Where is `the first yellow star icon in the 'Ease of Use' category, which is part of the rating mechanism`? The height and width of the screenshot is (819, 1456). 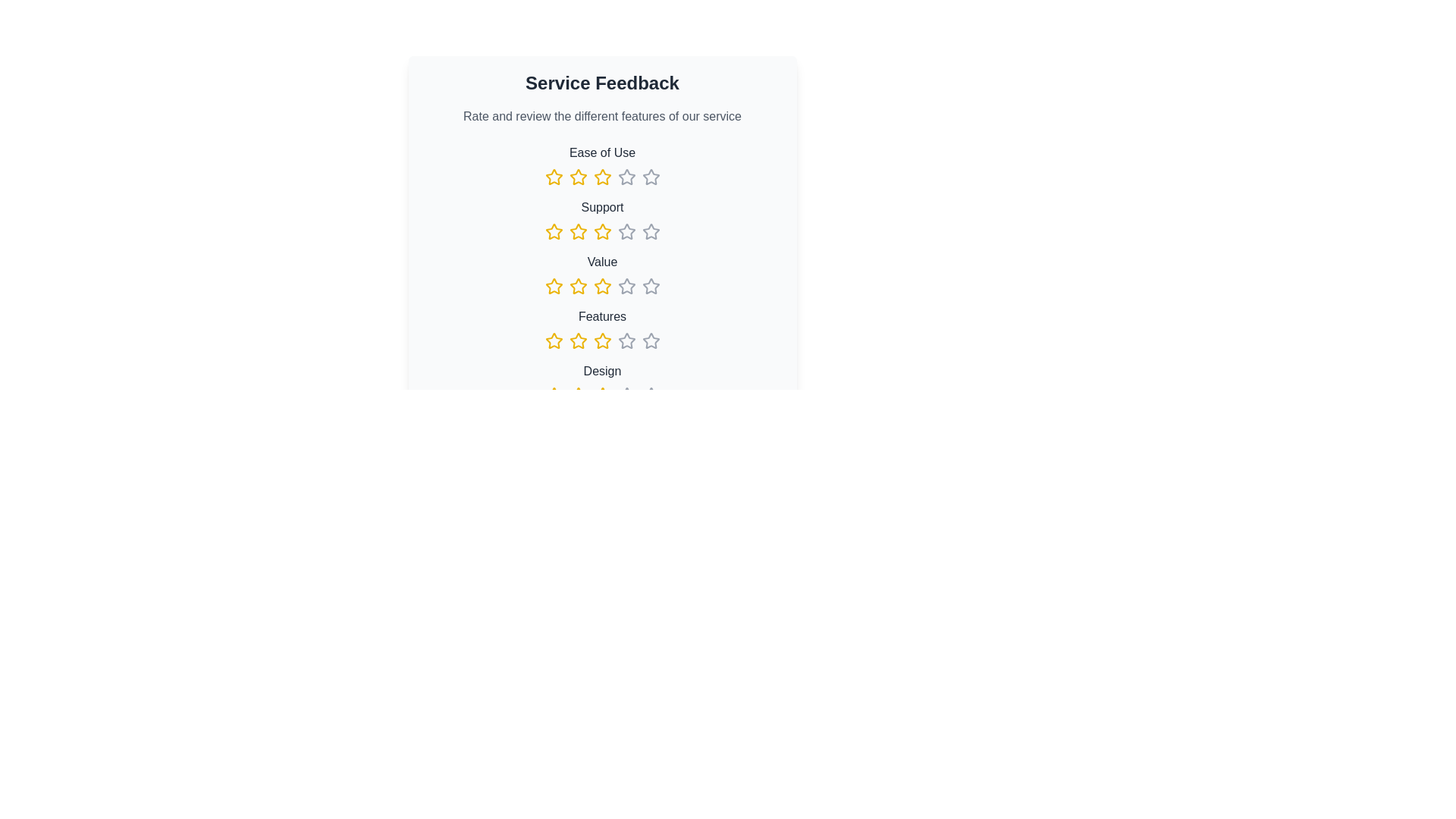 the first yellow star icon in the 'Ease of Use' category, which is part of the rating mechanism is located at coordinates (553, 177).